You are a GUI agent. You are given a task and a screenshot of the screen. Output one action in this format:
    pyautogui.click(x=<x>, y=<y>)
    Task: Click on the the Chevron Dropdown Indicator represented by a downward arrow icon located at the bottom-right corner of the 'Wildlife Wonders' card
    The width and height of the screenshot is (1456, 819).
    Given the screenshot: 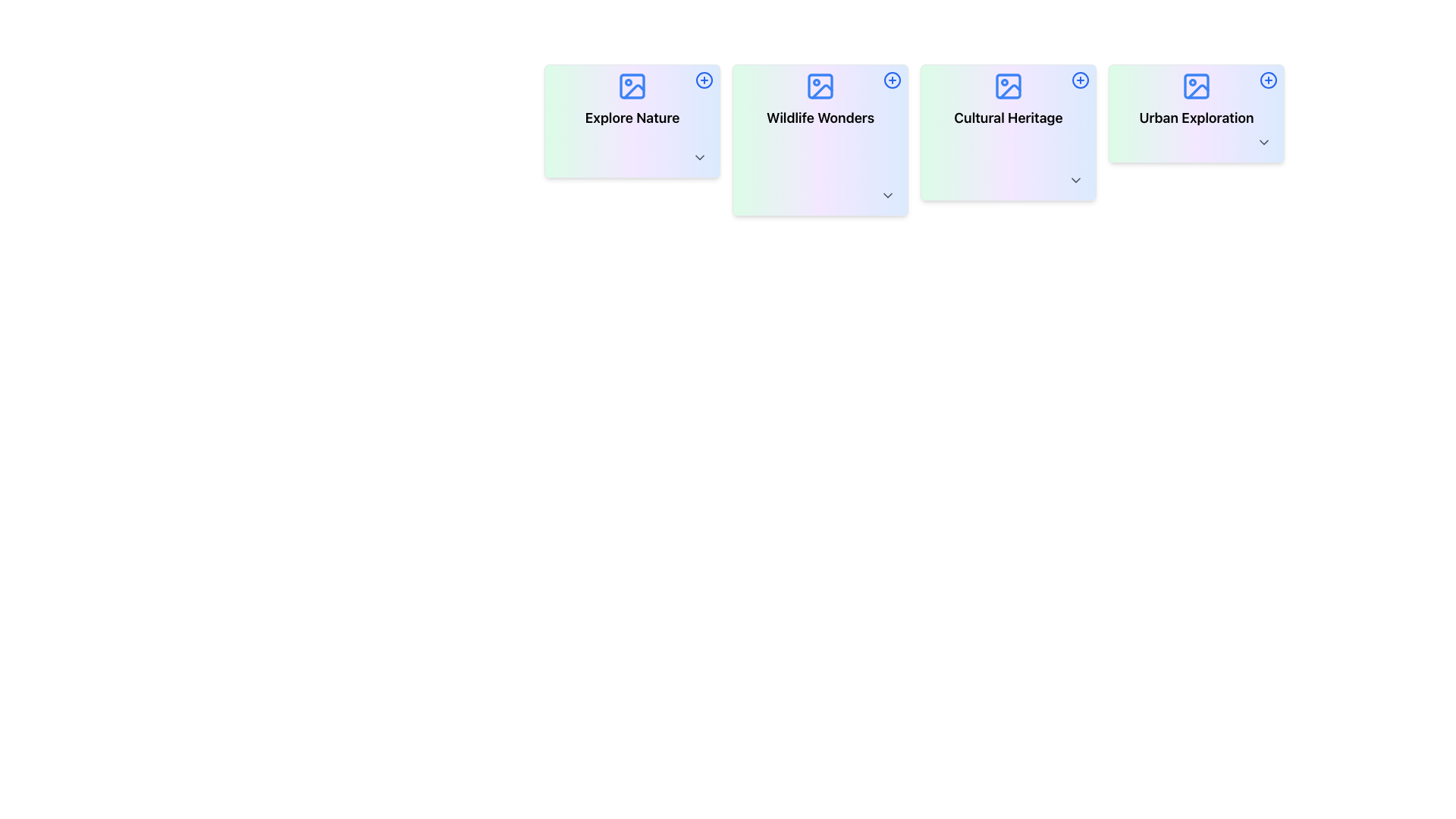 What is the action you would take?
    pyautogui.click(x=888, y=195)
    